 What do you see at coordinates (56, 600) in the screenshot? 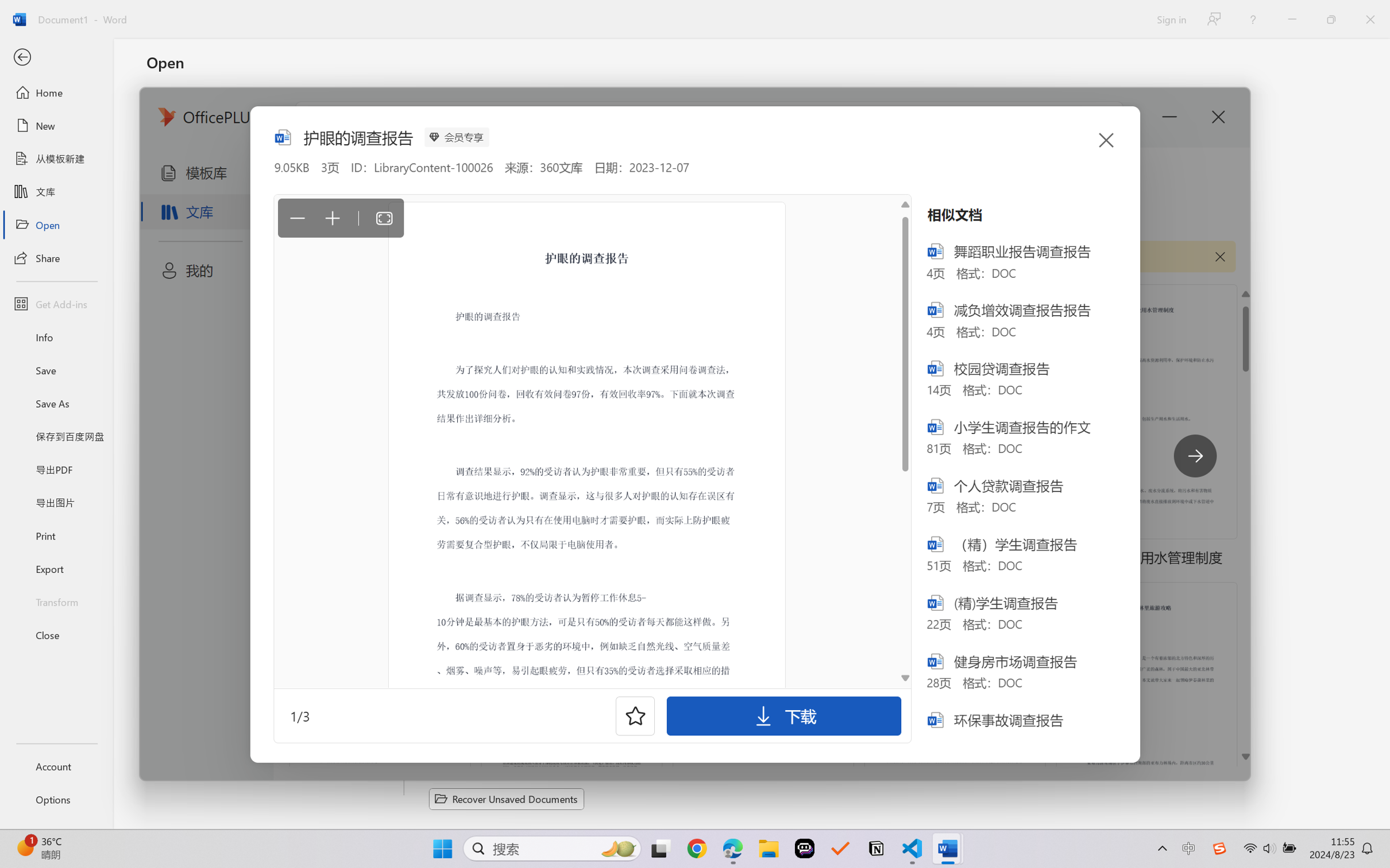
I see `'Transform'` at bounding box center [56, 600].